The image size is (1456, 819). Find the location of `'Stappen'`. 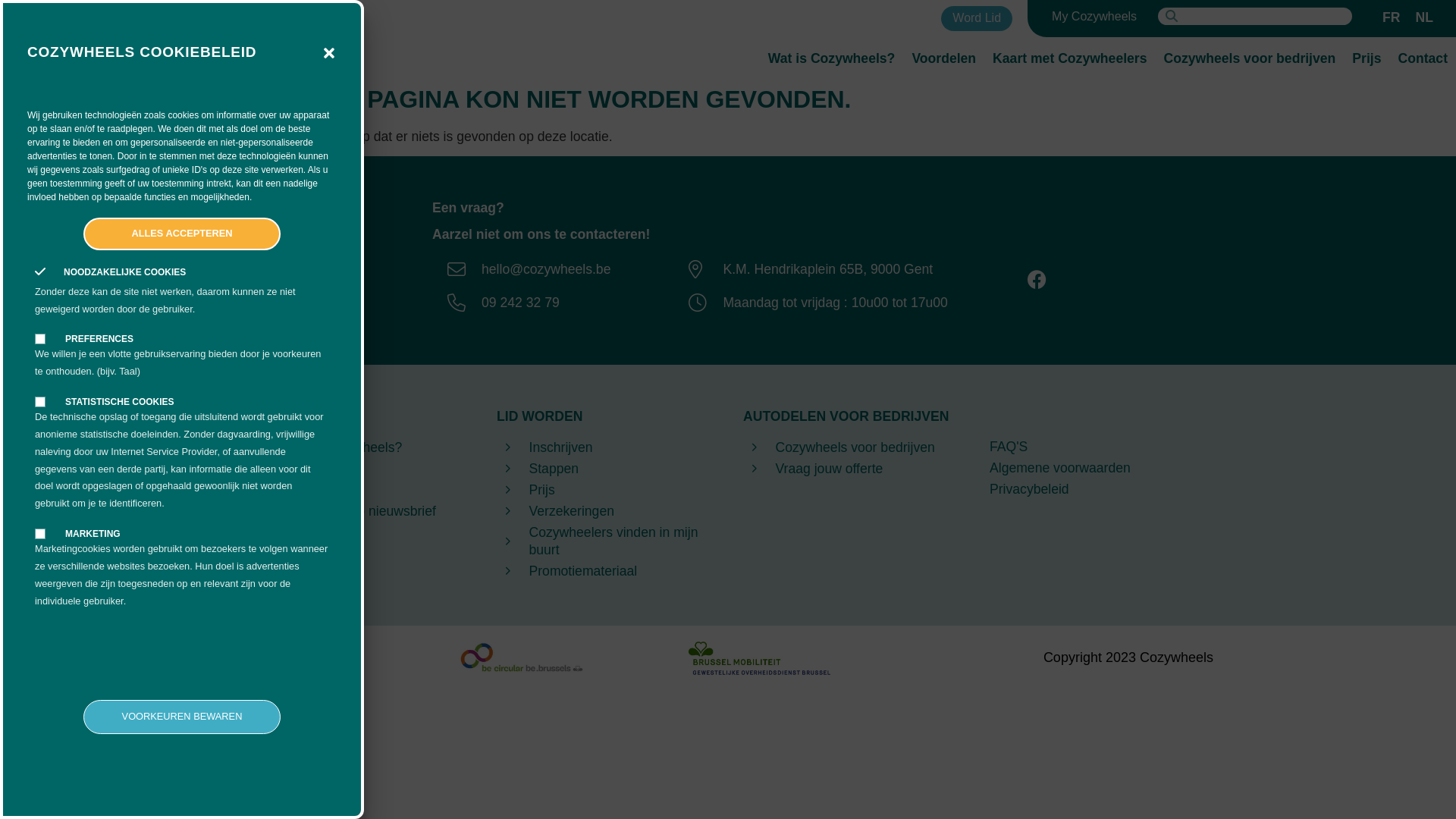

'Stappen' is located at coordinates (604, 468).